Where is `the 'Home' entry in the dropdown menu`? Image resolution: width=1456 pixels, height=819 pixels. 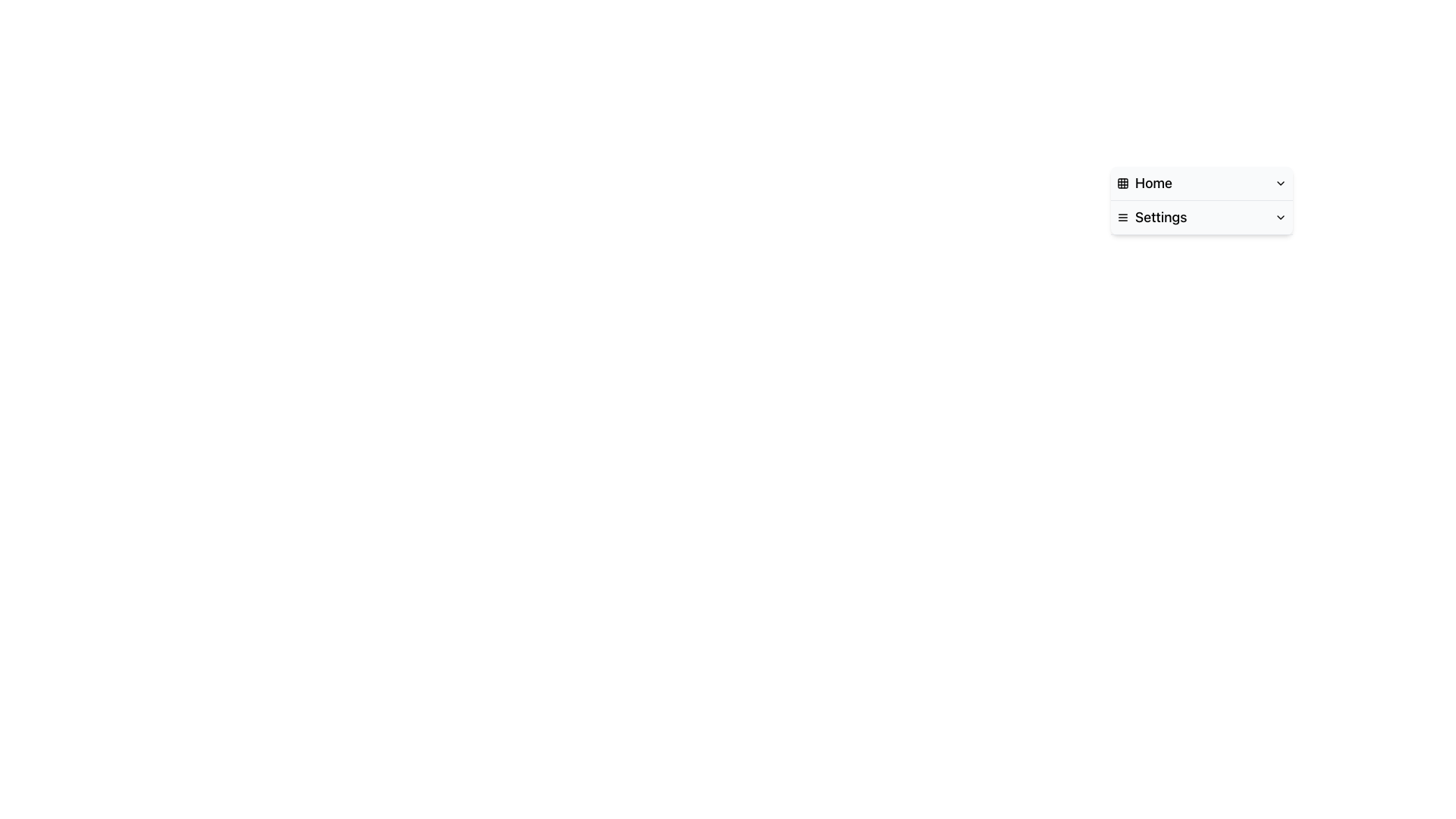
the 'Home' entry in the dropdown menu is located at coordinates (1200, 183).